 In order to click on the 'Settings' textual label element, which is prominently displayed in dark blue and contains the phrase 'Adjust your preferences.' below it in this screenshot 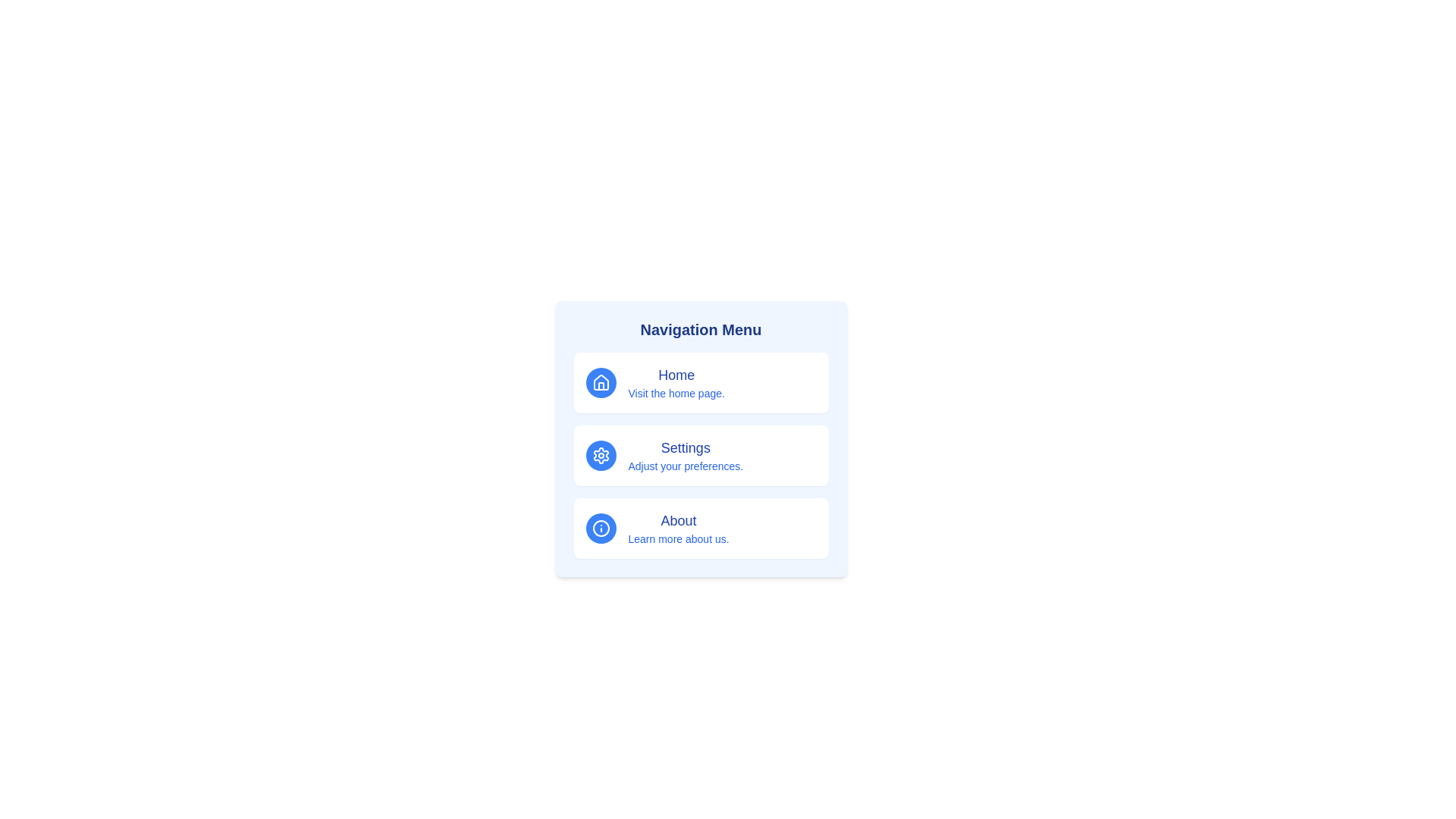, I will do `click(685, 455)`.